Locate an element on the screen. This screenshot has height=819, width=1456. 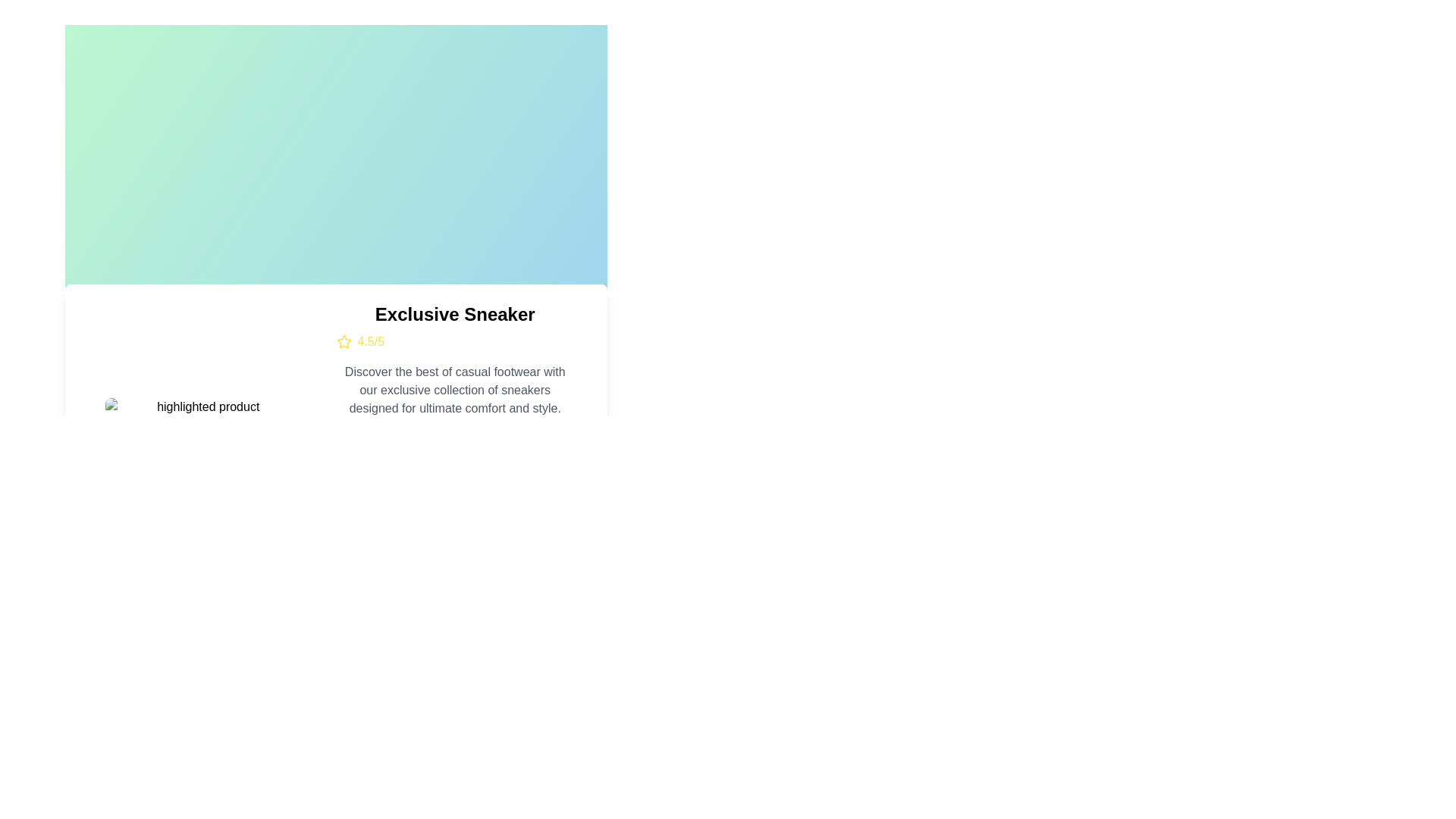
the bold black text 'Exclusive Sneaker' located at the top of the product details section is located at coordinates (454, 314).